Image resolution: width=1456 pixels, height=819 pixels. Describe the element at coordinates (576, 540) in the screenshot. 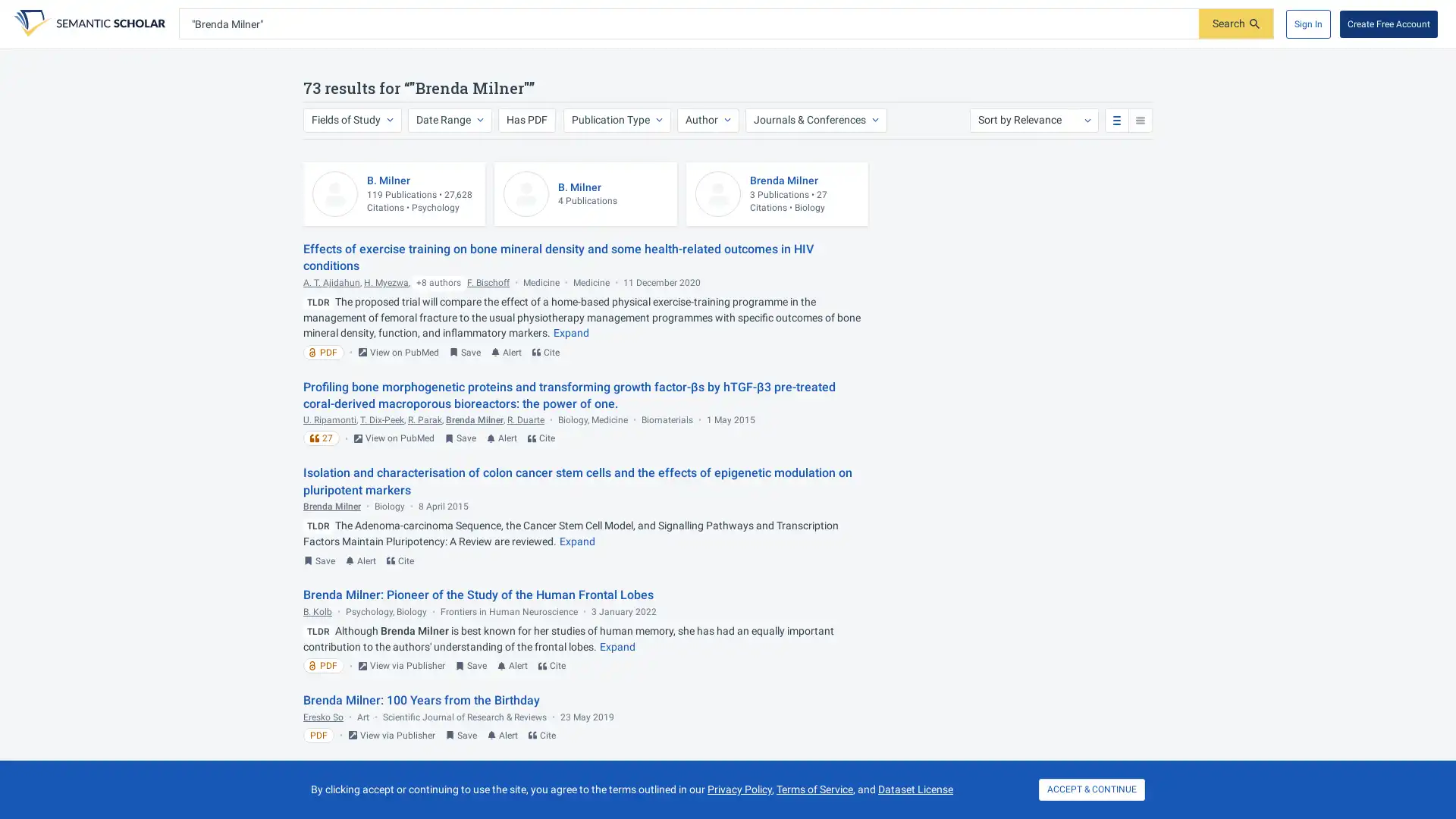

I see `Expand truncated text` at that location.